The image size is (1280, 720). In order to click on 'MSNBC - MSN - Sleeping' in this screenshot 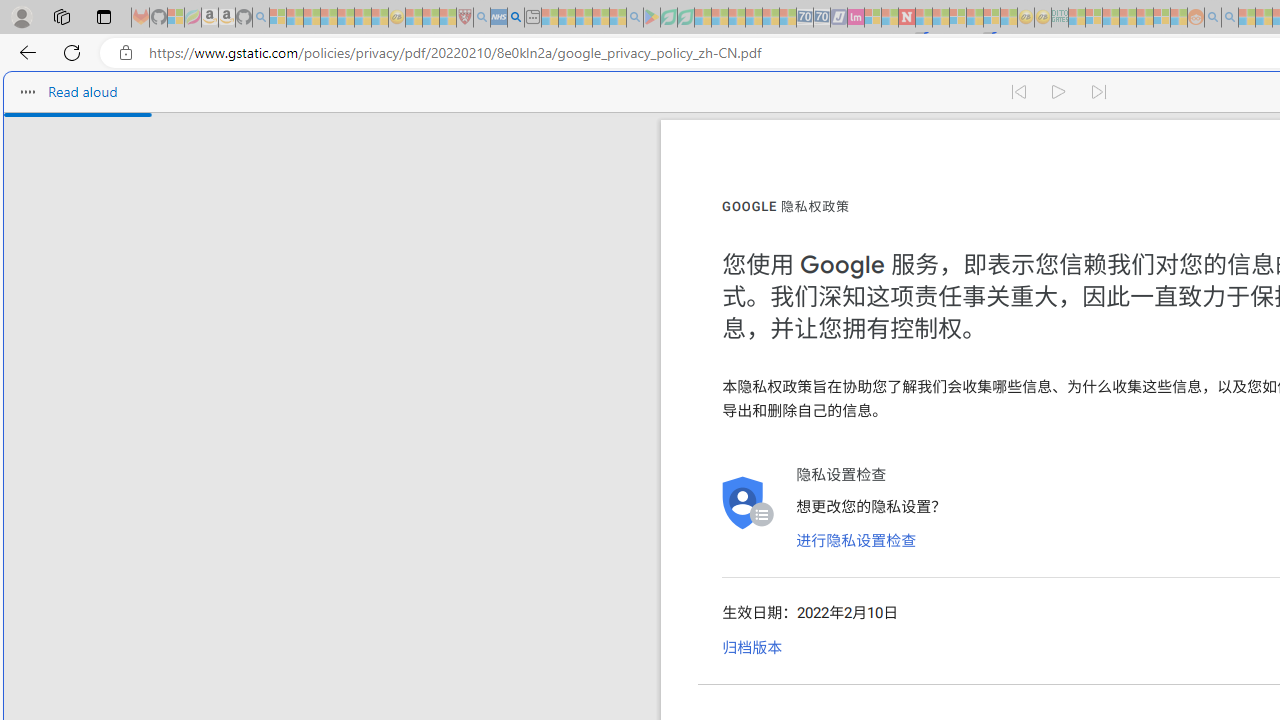, I will do `click(1076, 17)`.